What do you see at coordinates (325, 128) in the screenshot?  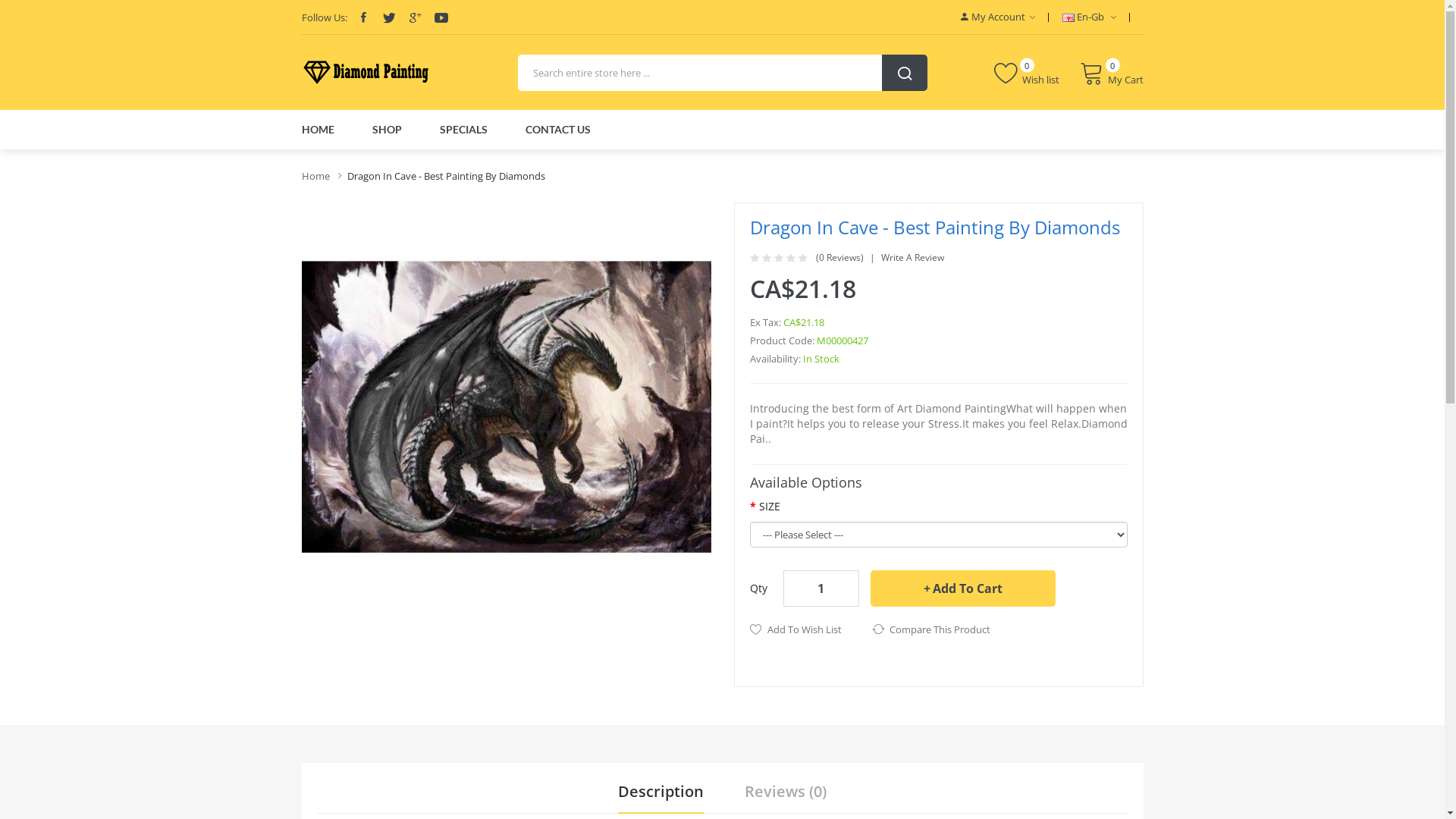 I see `'HOME'` at bounding box center [325, 128].